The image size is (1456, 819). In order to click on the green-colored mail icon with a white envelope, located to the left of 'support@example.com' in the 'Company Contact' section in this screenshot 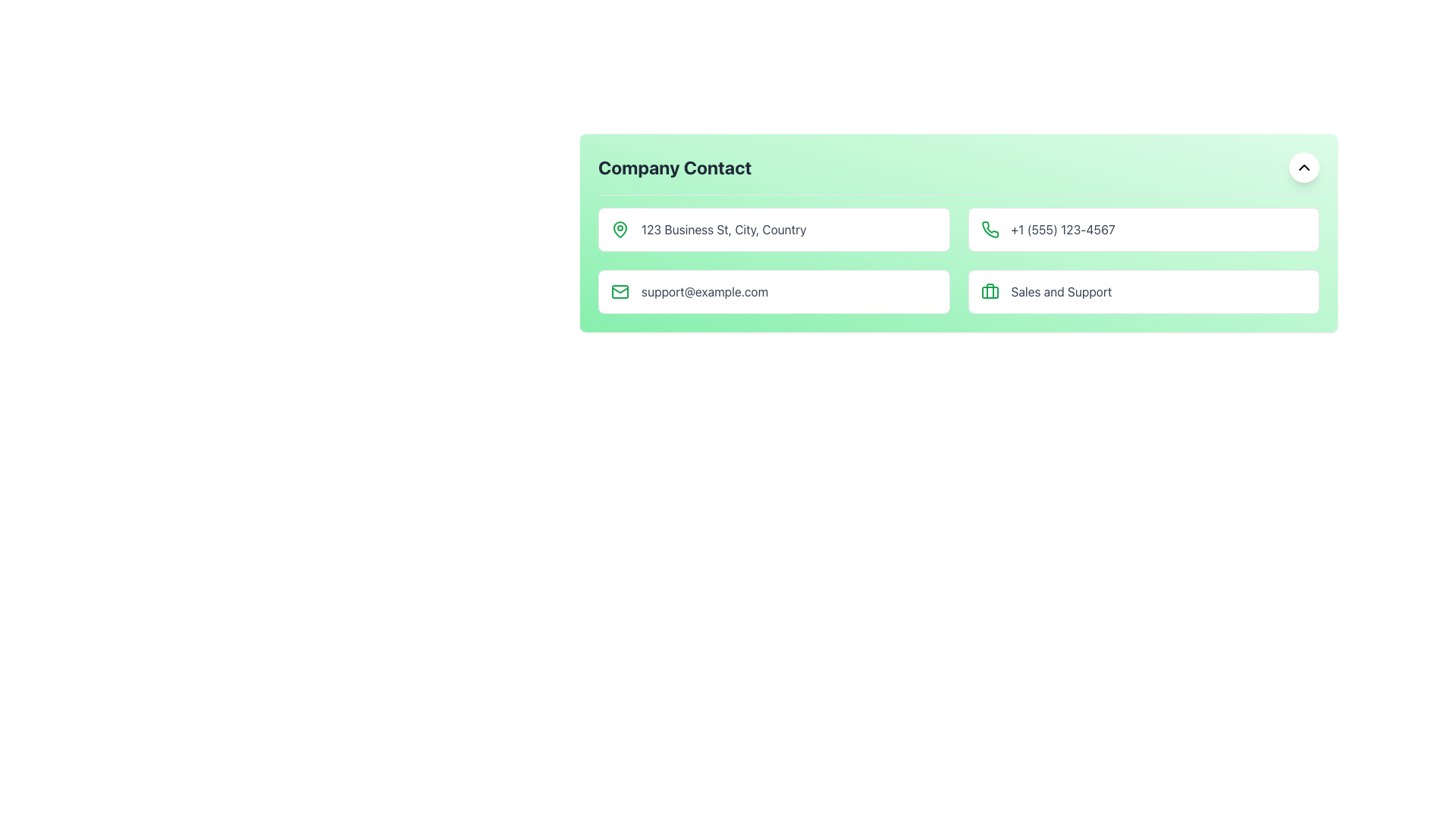, I will do `click(620, 292)`.